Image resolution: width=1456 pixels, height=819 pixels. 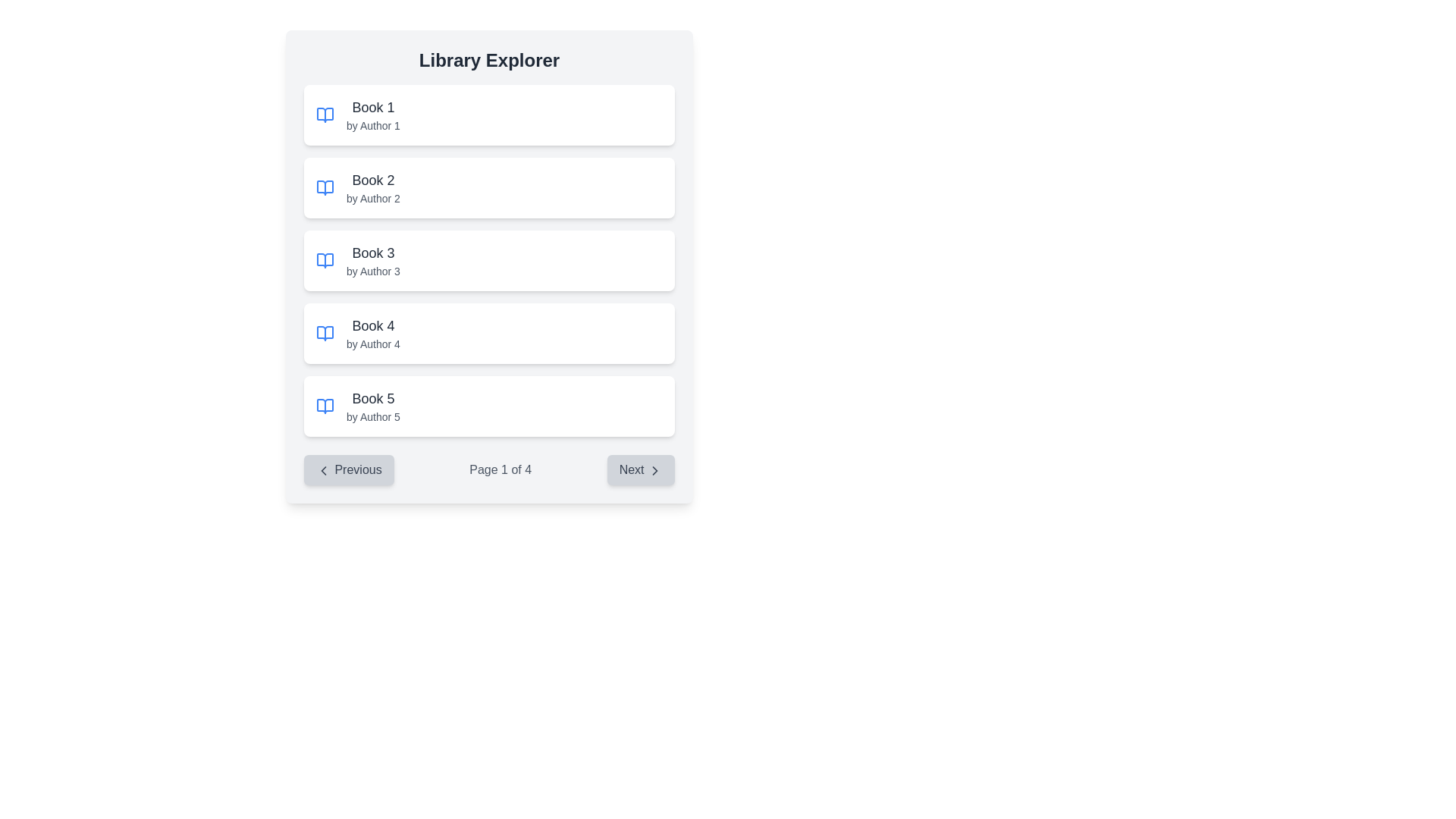 I want to click on the 'Next' button located in the bottom-right corner of the pagination interface, so click(x=641, y=469).